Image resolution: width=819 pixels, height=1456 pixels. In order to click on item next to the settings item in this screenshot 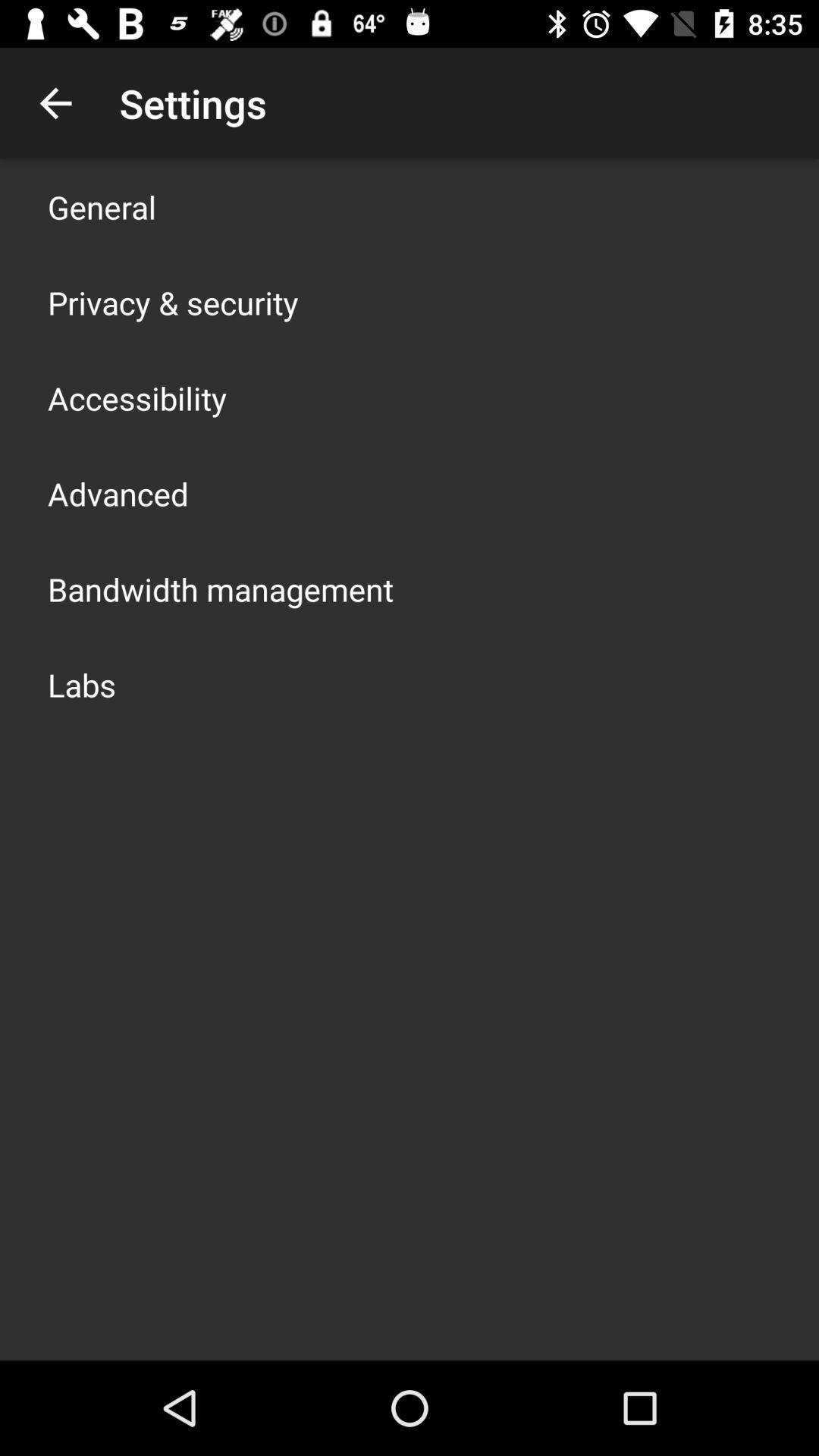, I will do `click(55, 102)`.